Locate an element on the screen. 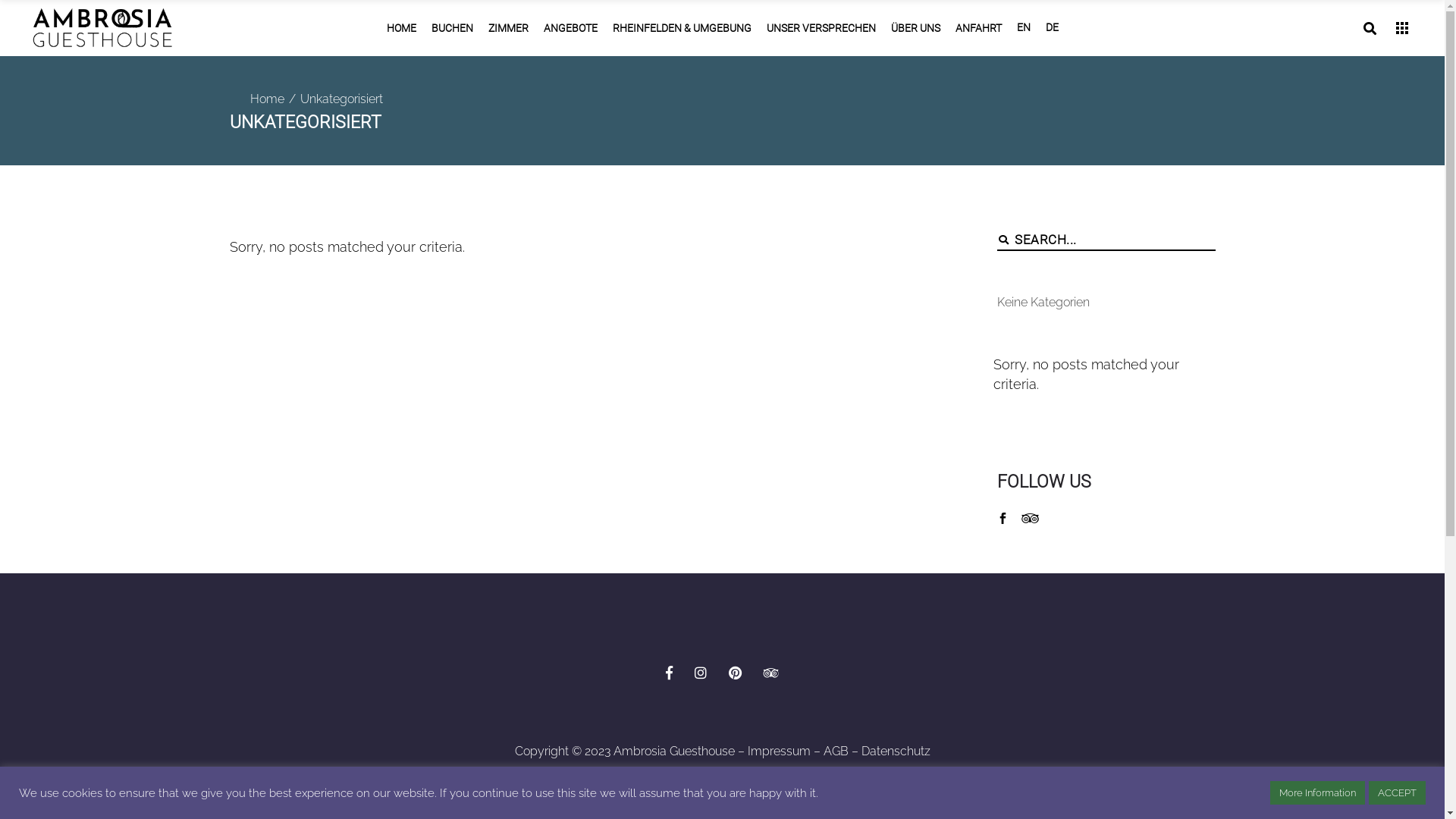 This screenshot has height=819, width=1456. 'BUCHEN' is located at coordinates (422, 28).